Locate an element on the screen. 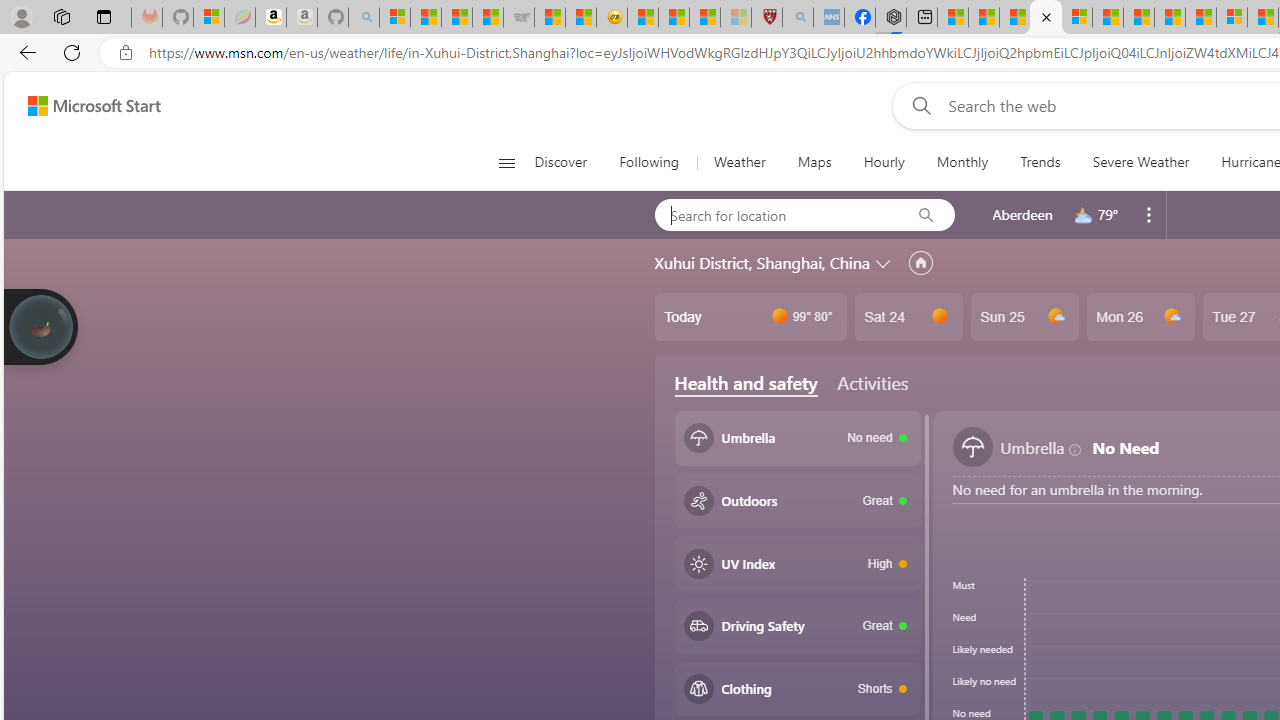 This screenshot has height=720, width=1280. 'Severe Weather' is located at coordinates (1141, 162).